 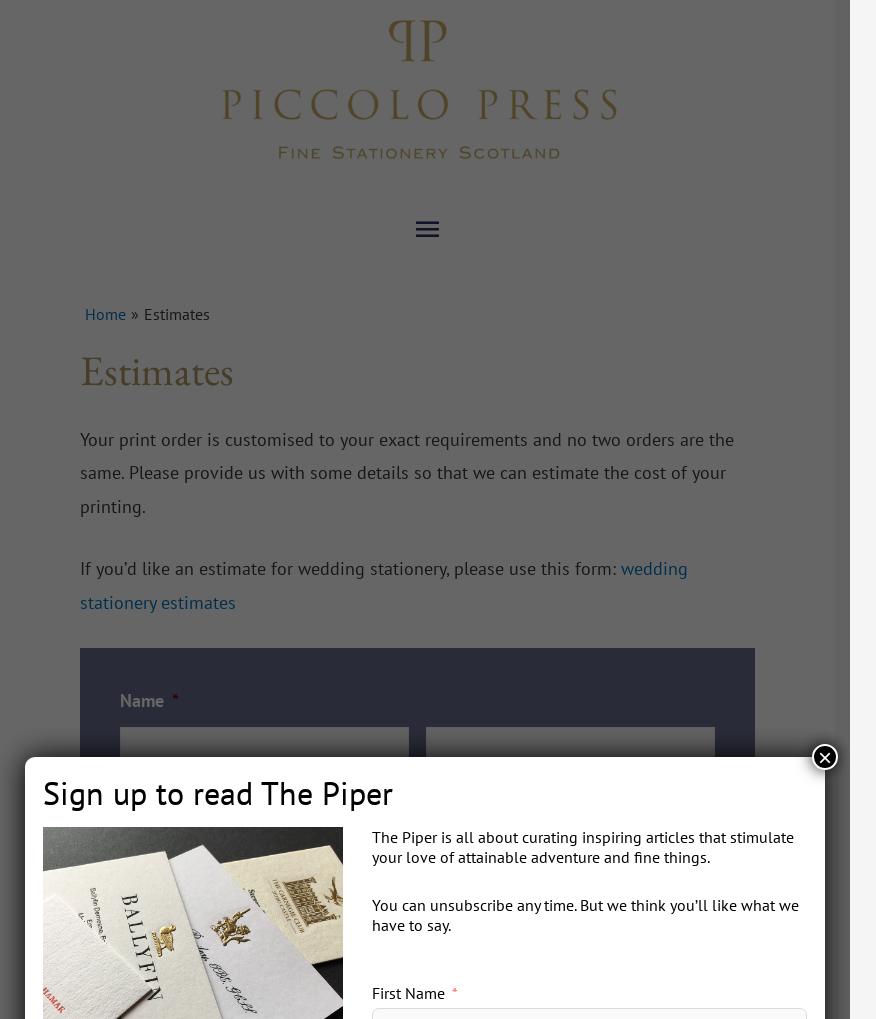 I want to click on 'If you’d like an estimate for wedding stationery, please use this form:', so click(x=79, y=567).